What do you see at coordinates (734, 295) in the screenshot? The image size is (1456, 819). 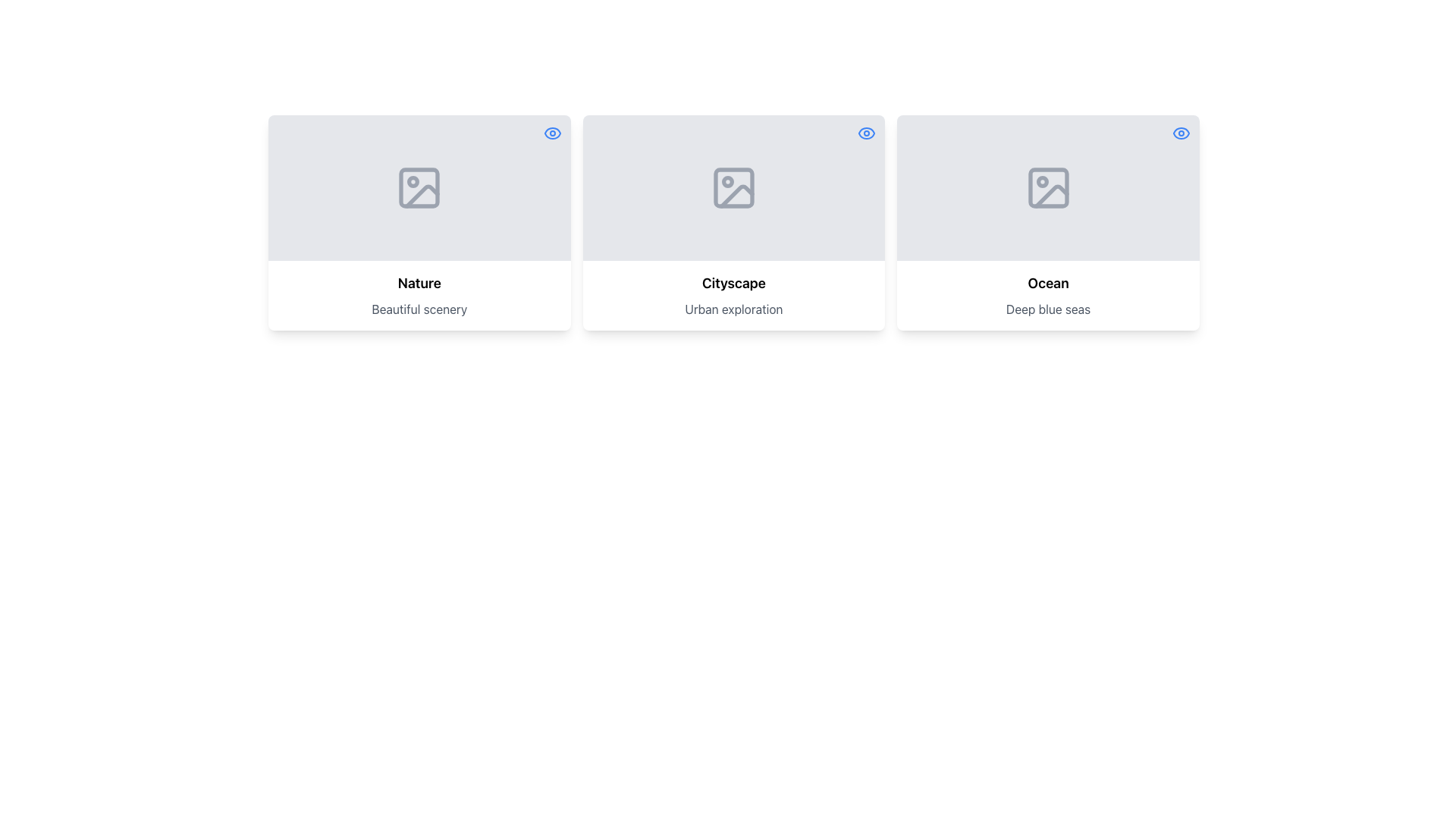 I see `the text block displaying 'Cityscape' and its subtitle 'Urban exploration', located in the middle card of three horizontally aligned cards` at bounding box center [734, 295].